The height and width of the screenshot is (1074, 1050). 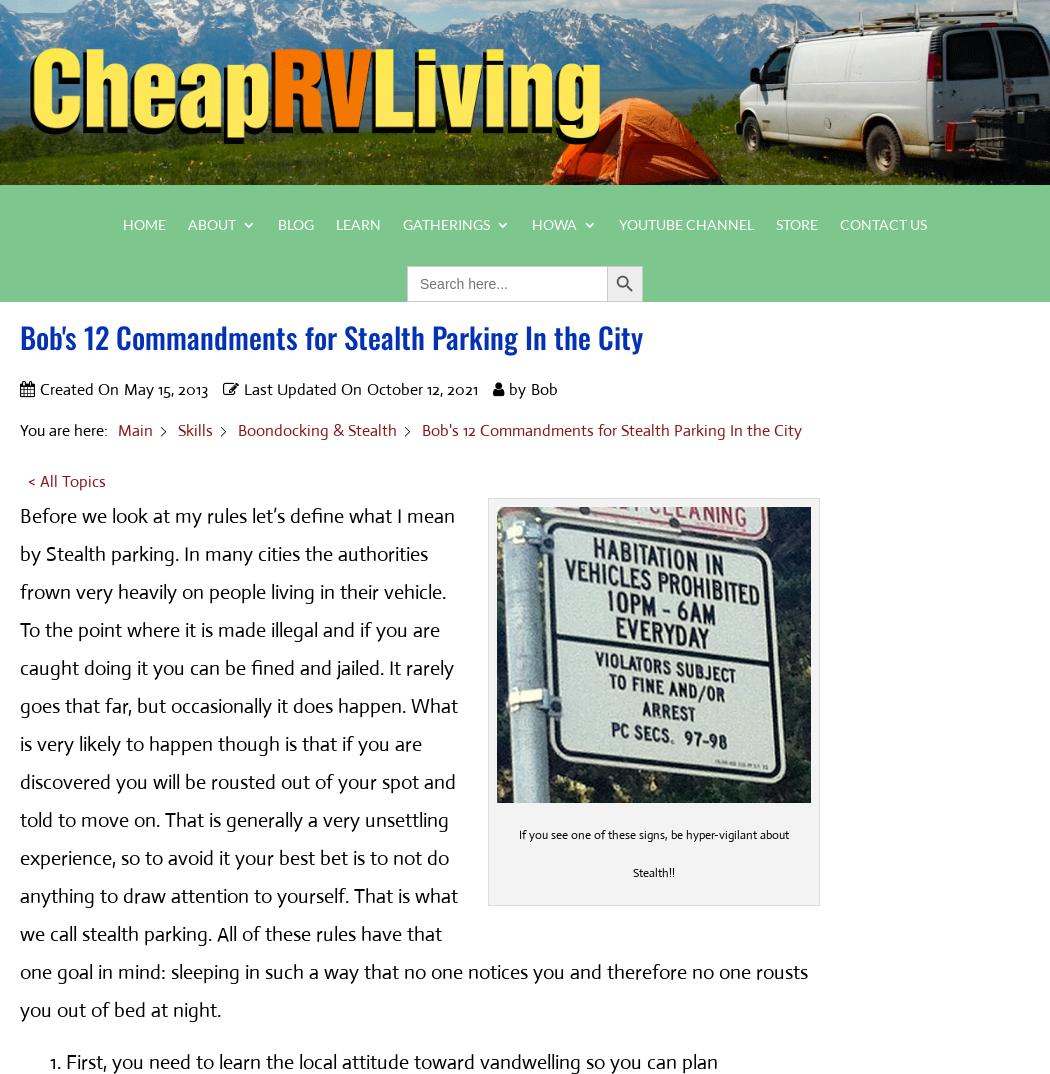 What do you see at coordinates (357, 222) in the screenshot?
I see `'Learn'` at bounding box center [357, 222].